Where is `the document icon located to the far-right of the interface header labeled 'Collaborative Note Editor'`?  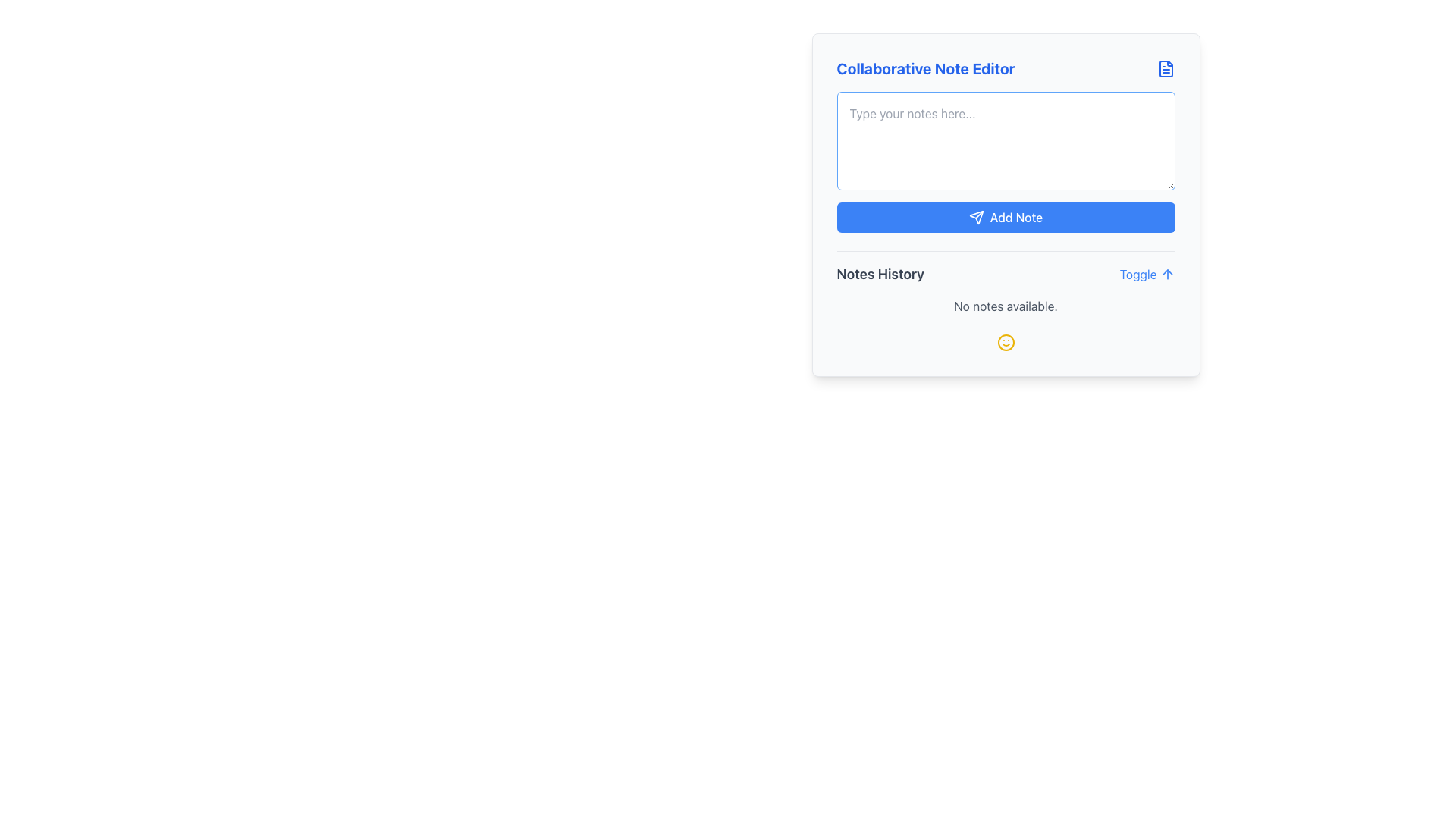
the document icon located to the far-right of the interface header labeled 'Collaborative Note Editor' is located at coordinates (1165, 69).